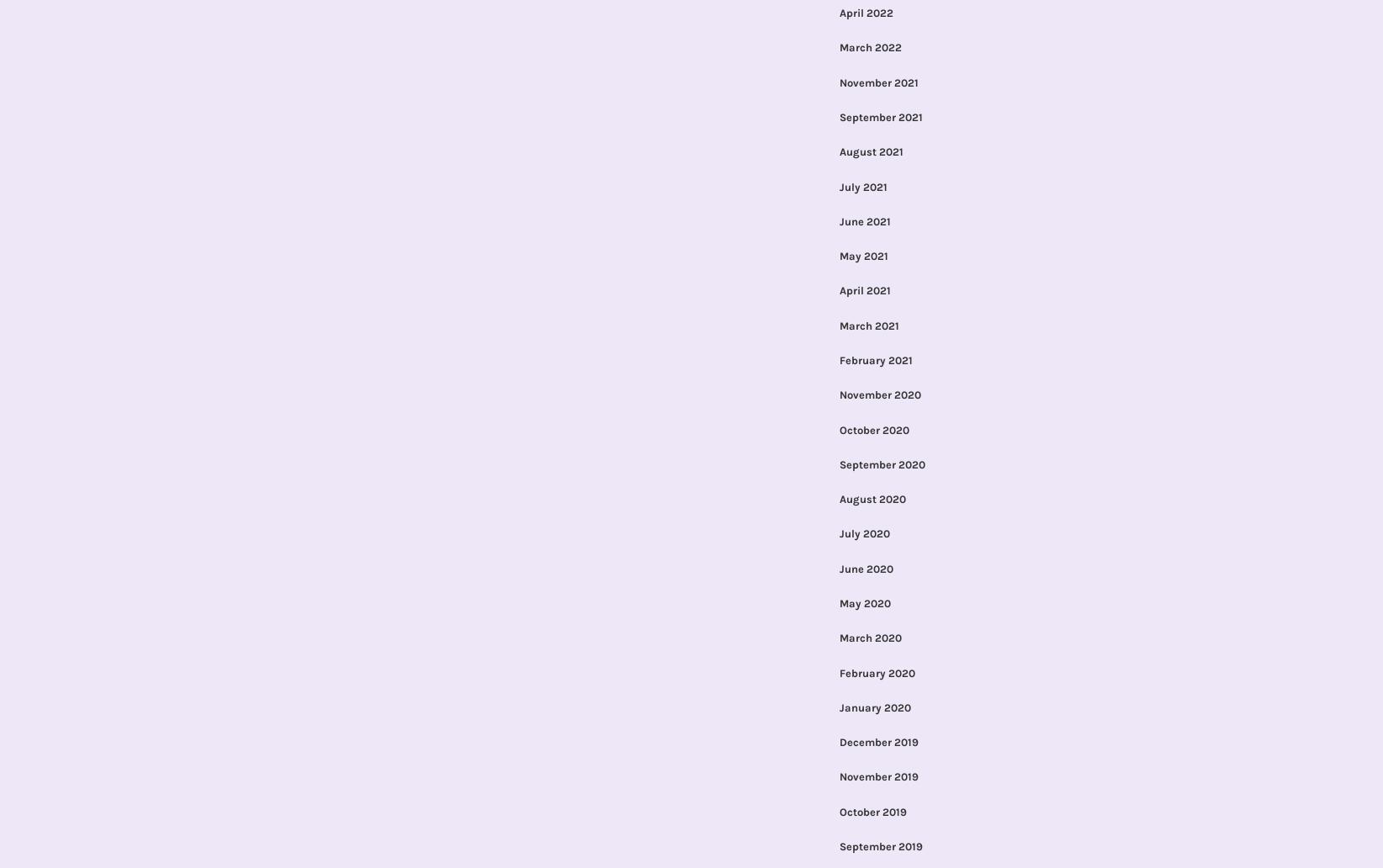 The image size is (1383, 868). What do you see at coordinates (863, 601) in the screenshot?
I see `'May 2020'` at bounding box center [863, 601].